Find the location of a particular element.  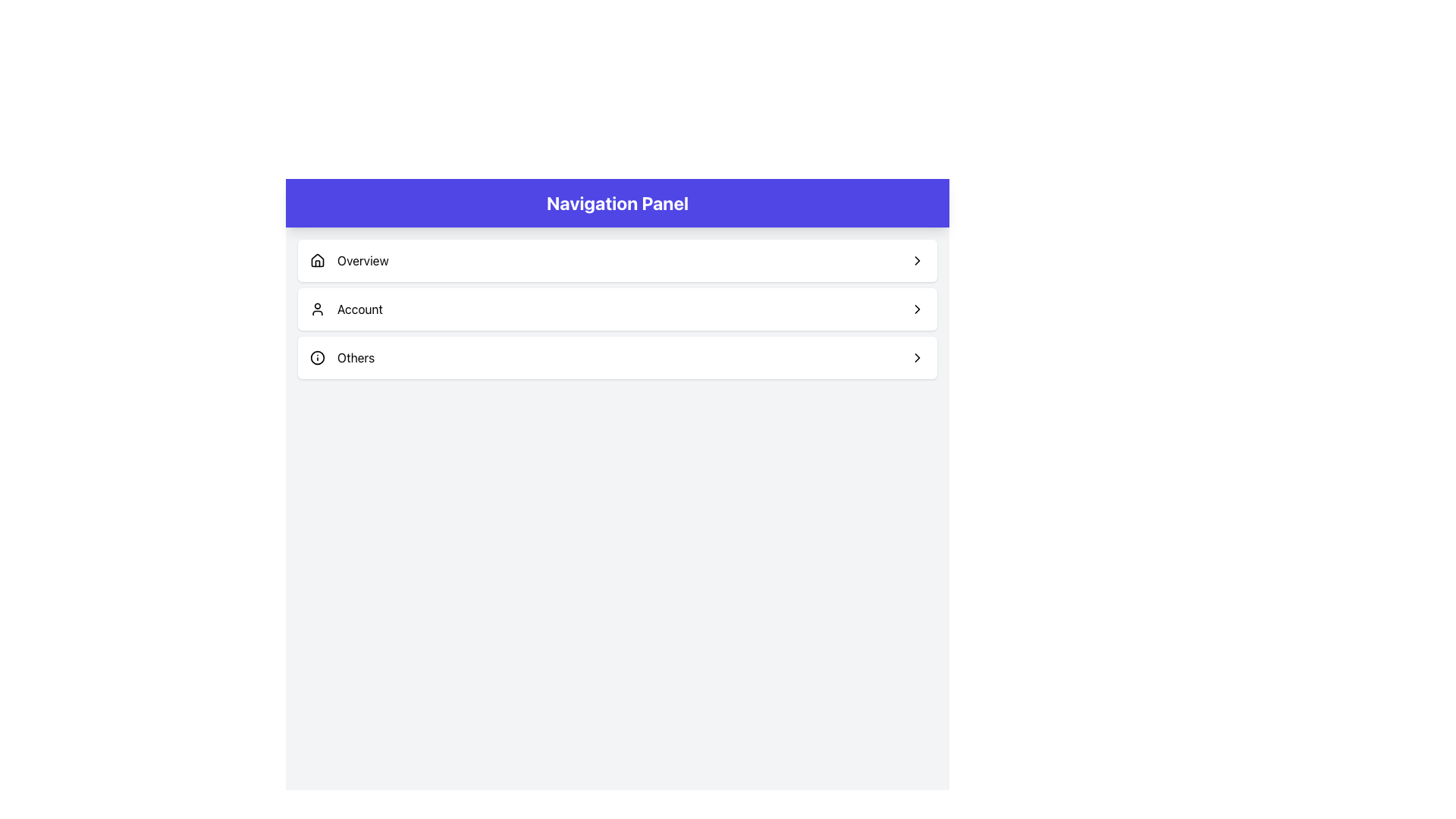

the right-facing chevron icon located at the end of the 'Account' list item is located at coordinates (916, 309).